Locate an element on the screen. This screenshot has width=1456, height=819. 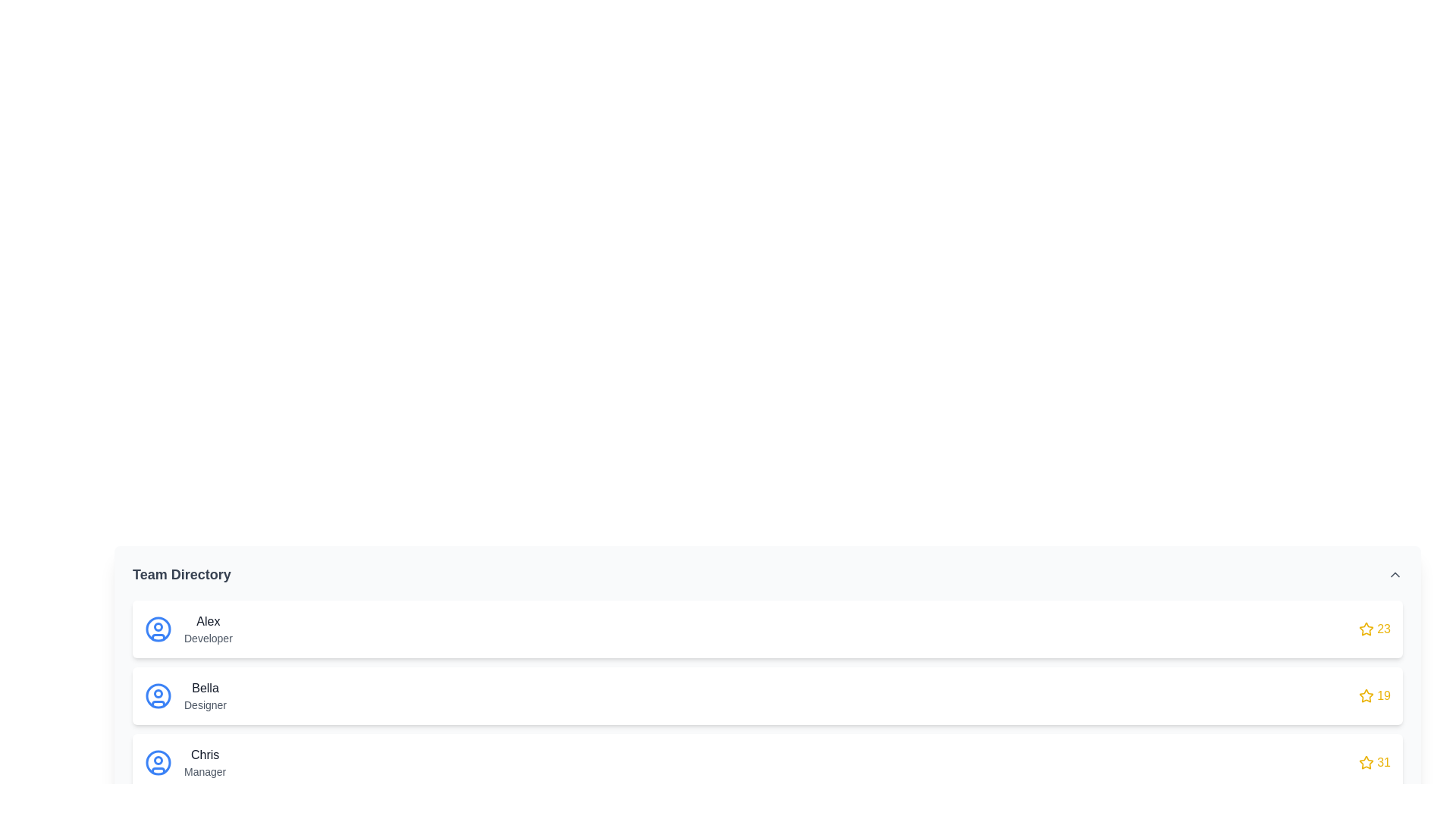
the name text of the user profile card representing 'Alex', who is identified as a 'Developer', located in the first row of a list is located at coordinates (187, 629).